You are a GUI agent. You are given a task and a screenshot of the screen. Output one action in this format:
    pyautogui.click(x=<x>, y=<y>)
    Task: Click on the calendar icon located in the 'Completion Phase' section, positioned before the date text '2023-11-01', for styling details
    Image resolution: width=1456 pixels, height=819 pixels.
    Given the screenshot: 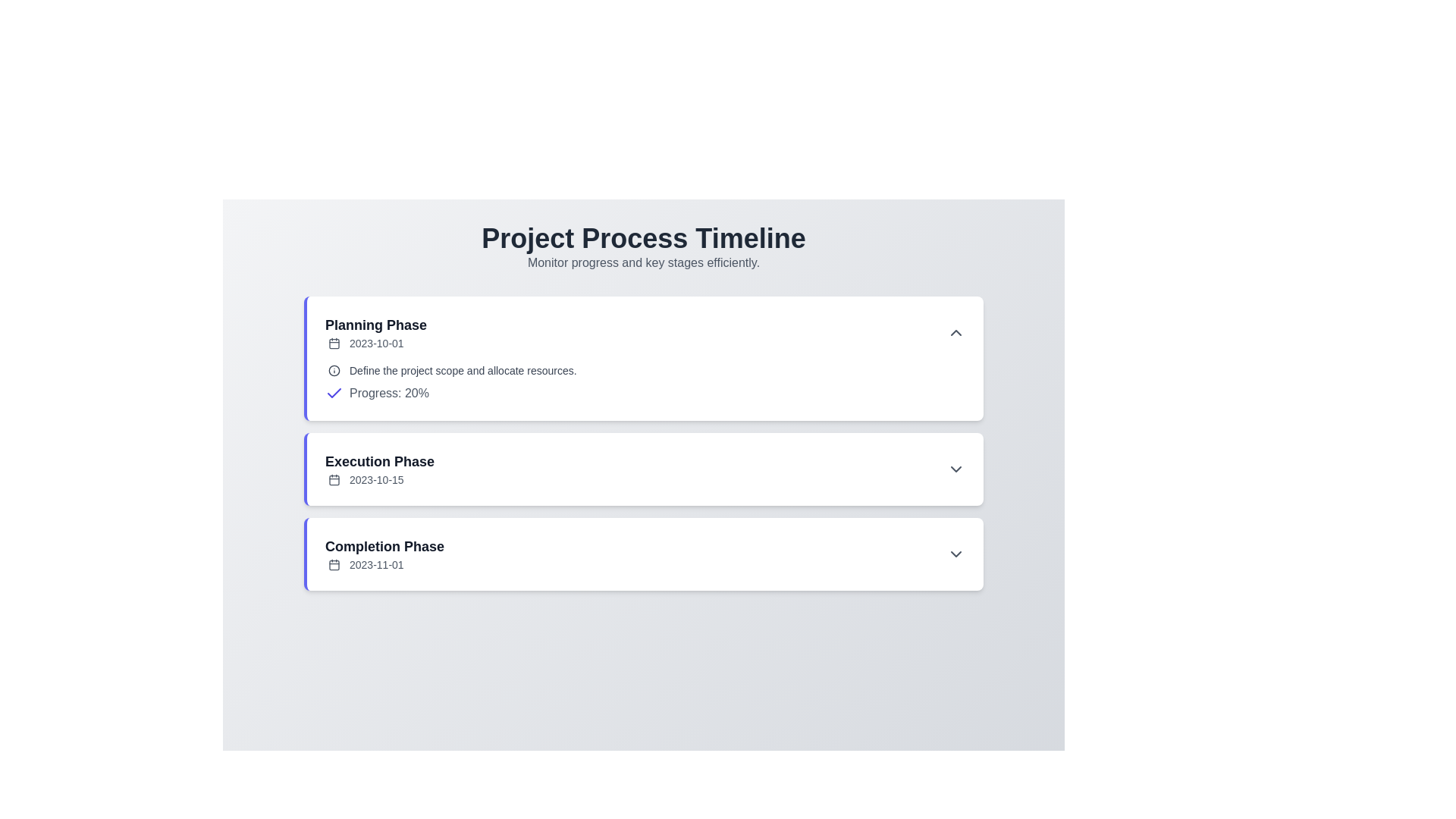 What is the action you would take?
    pyautogui.click(x=334, y=564)
    